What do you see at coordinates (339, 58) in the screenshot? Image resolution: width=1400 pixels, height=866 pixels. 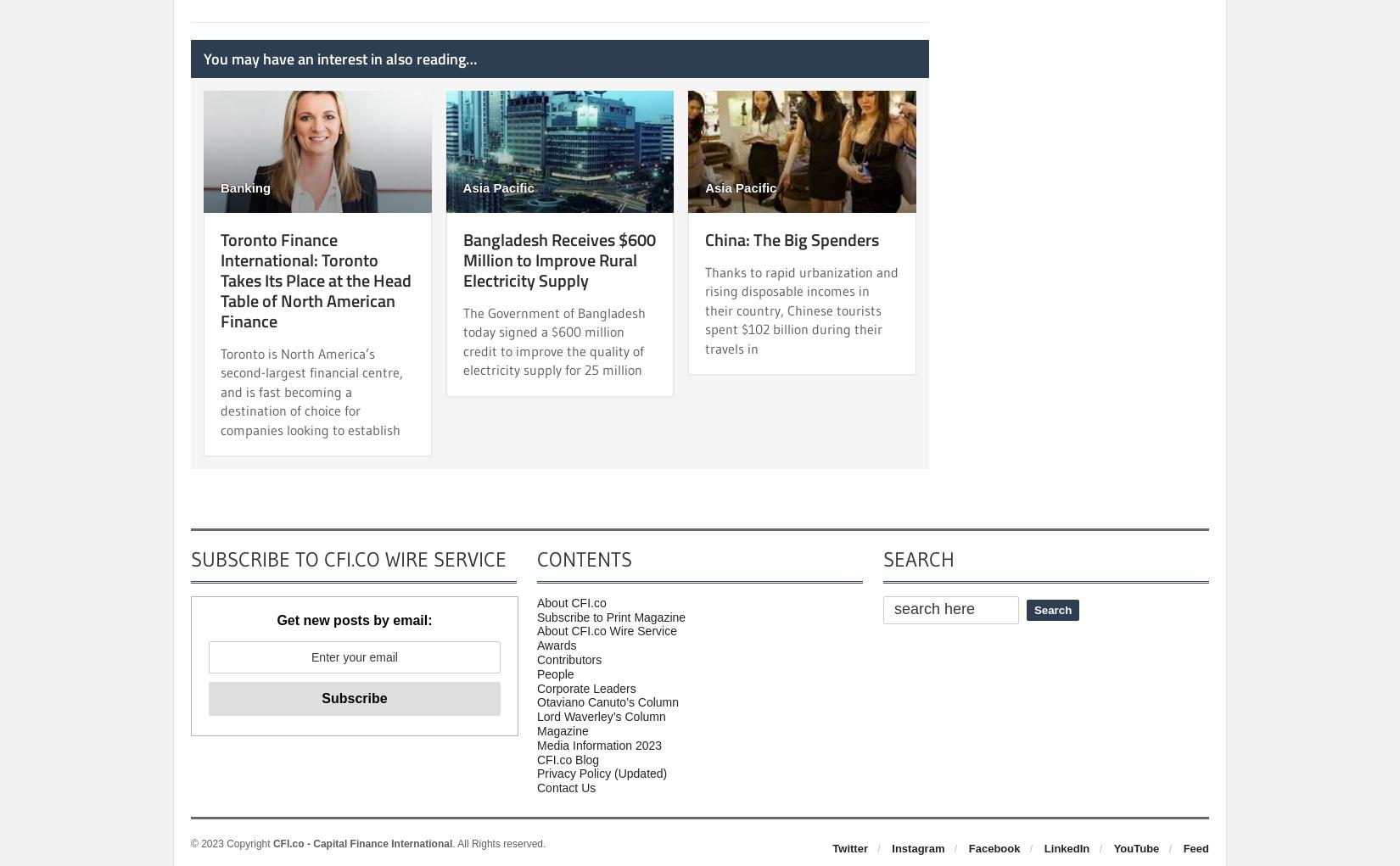 I see `'You may have an interest in also reading…'` at bounding box center [339, 58].